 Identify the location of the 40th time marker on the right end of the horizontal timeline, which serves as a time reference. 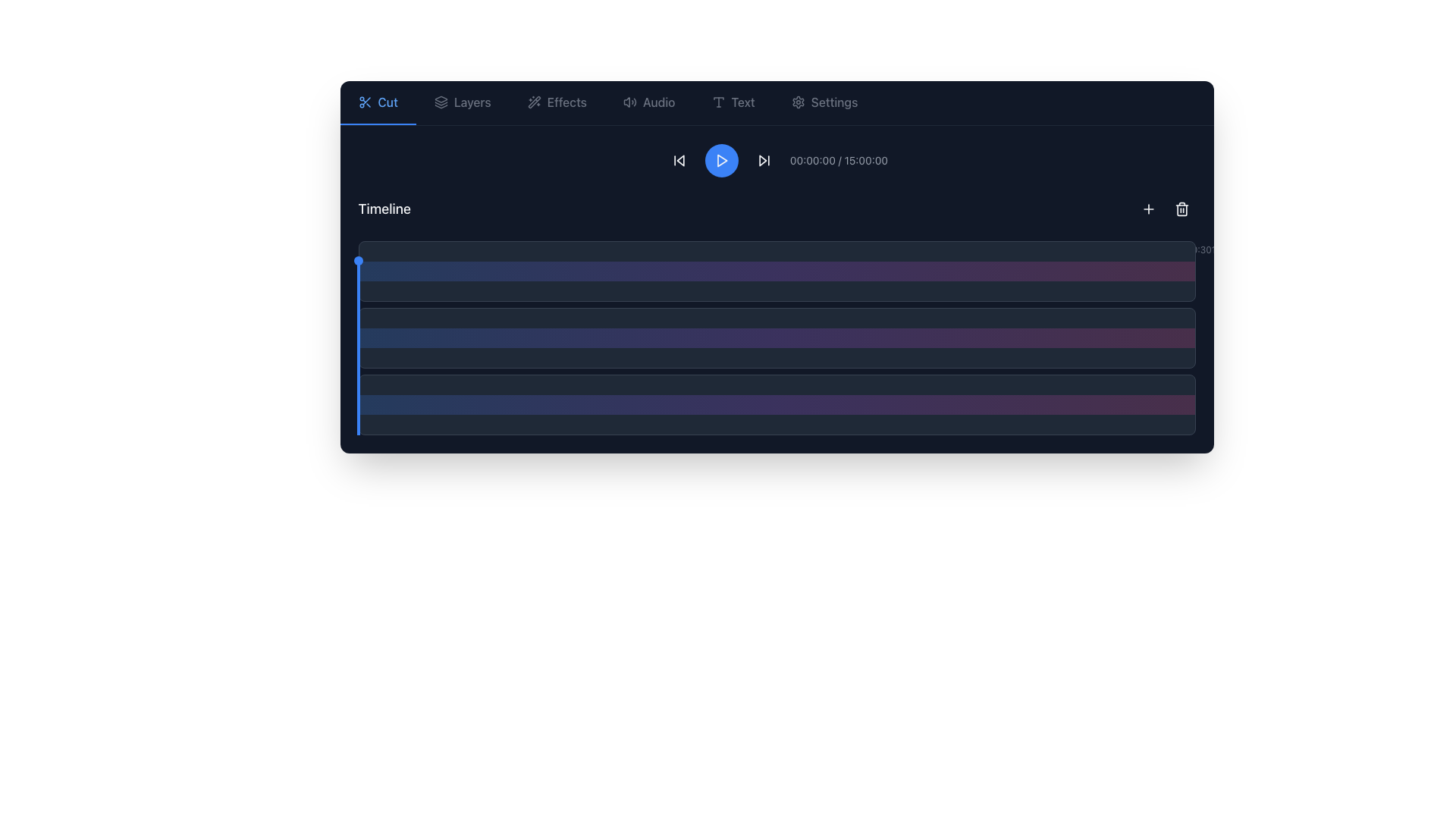
(1131, 249).